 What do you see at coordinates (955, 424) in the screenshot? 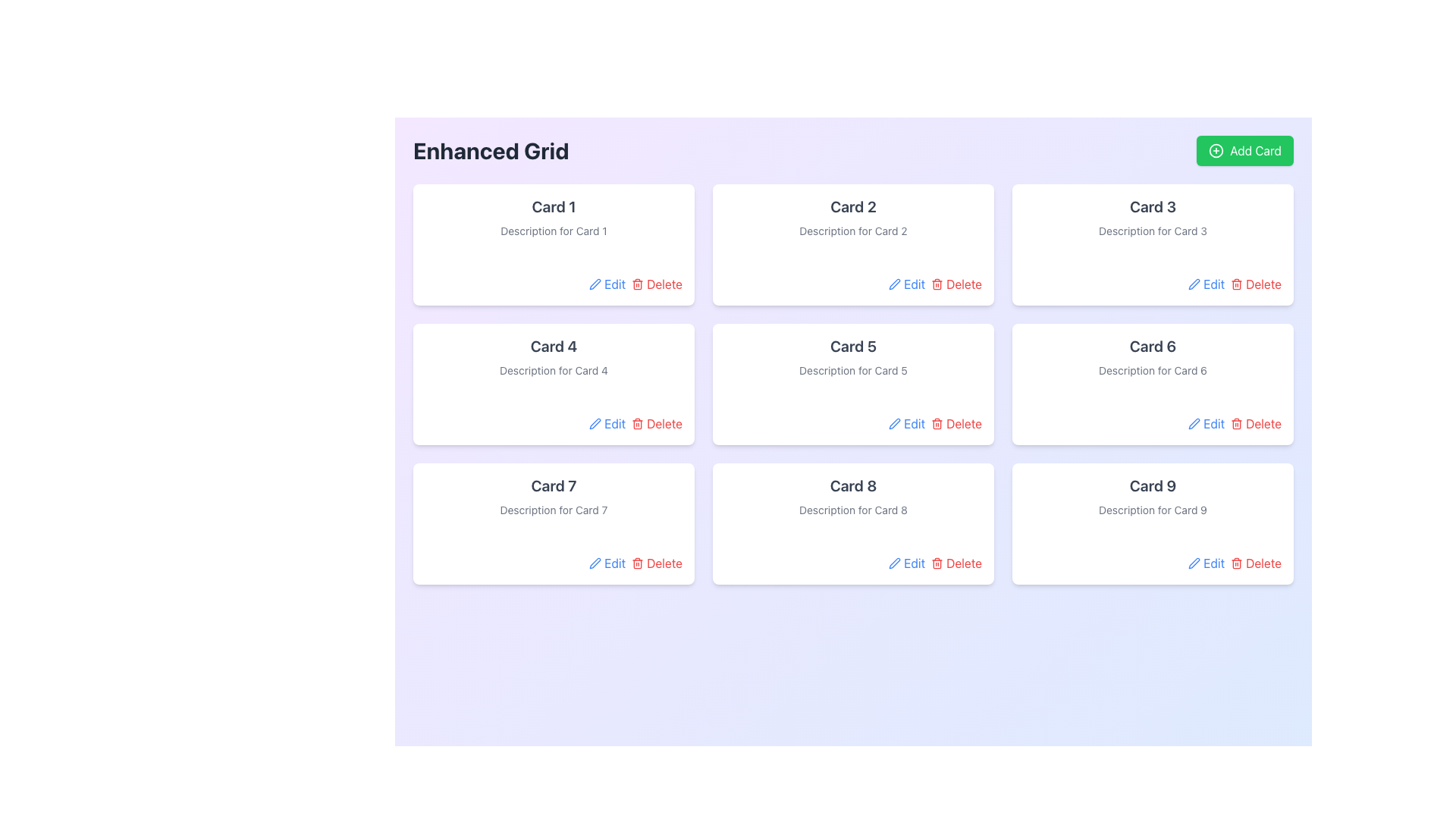
I see `the red 'Delete' button with a trash can icon located in the bottom right corner of 'Card 5'` at bounding box center [955, 424].